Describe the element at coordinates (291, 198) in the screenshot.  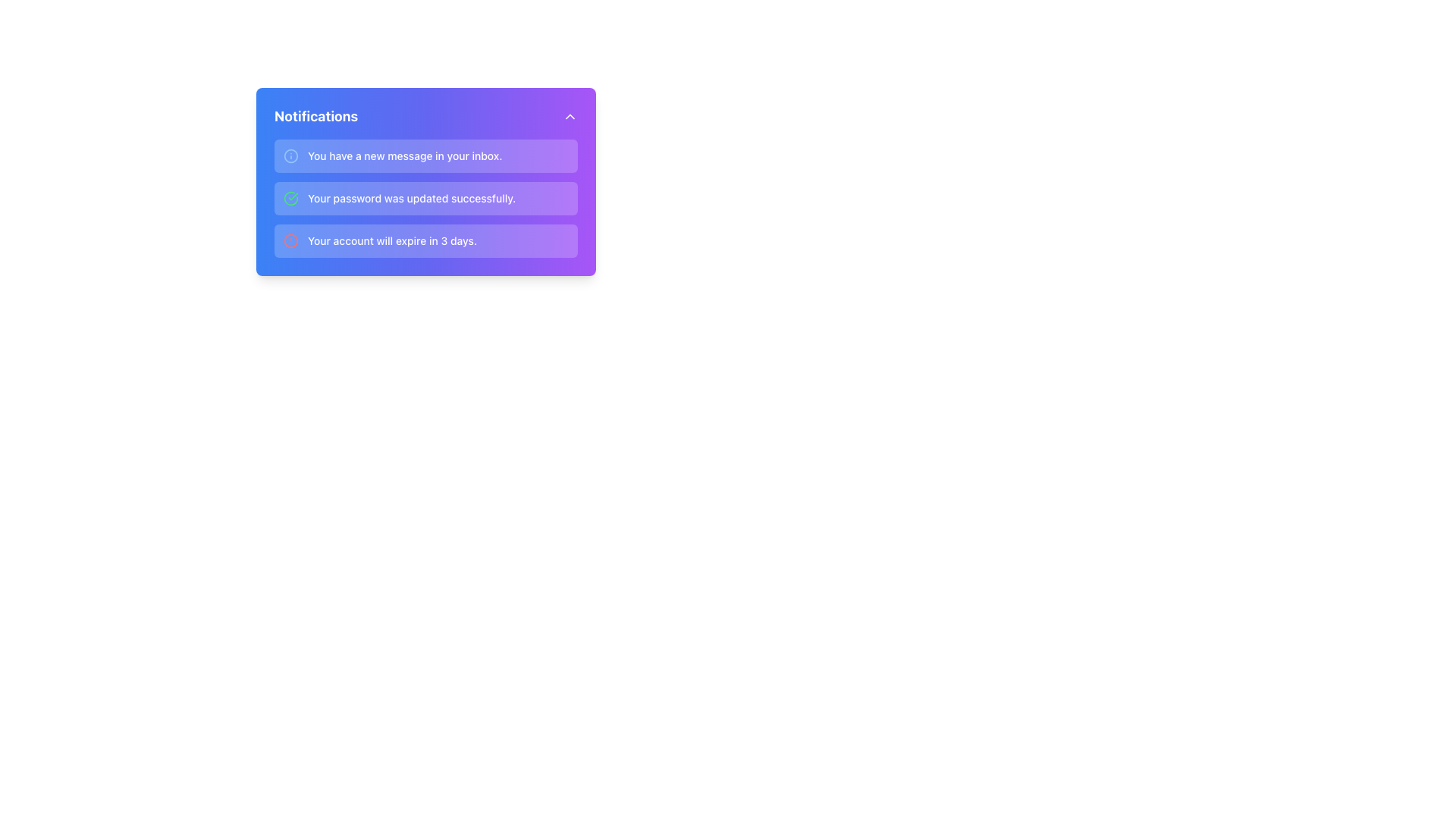
I see `the informational icon representing a successful notification located to the left of the text 'Your password was updated successfully' in the second notification row` at that location.